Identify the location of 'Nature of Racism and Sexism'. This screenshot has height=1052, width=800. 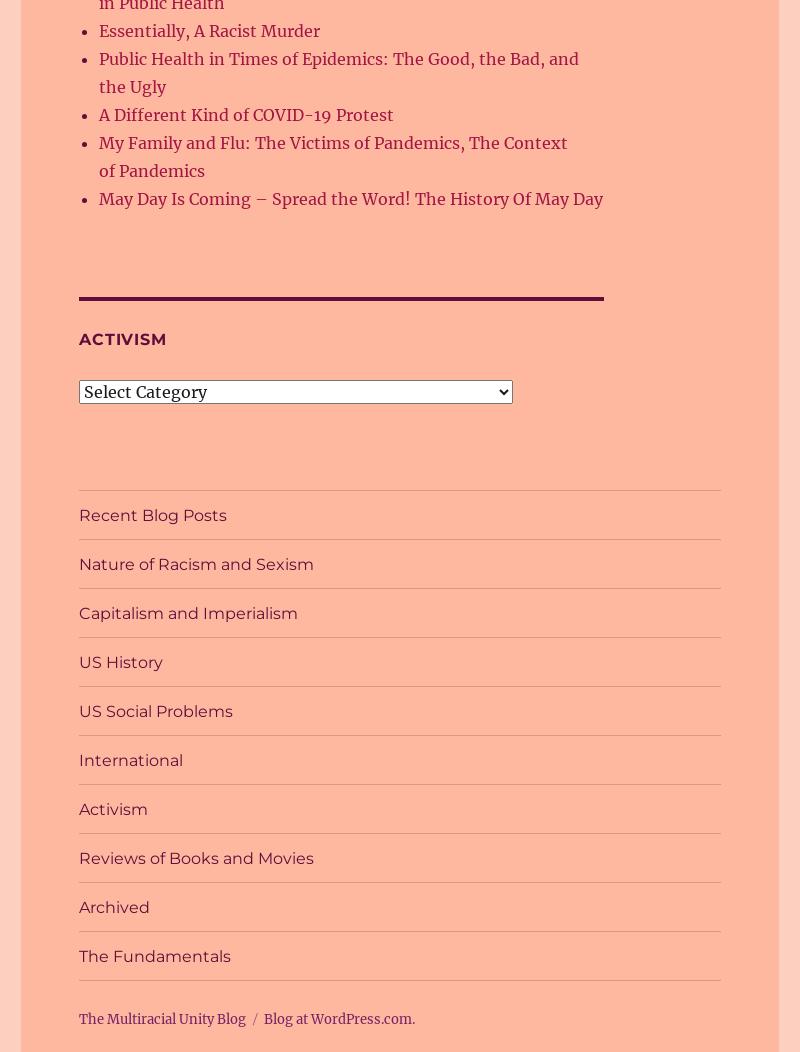
(195, 563).